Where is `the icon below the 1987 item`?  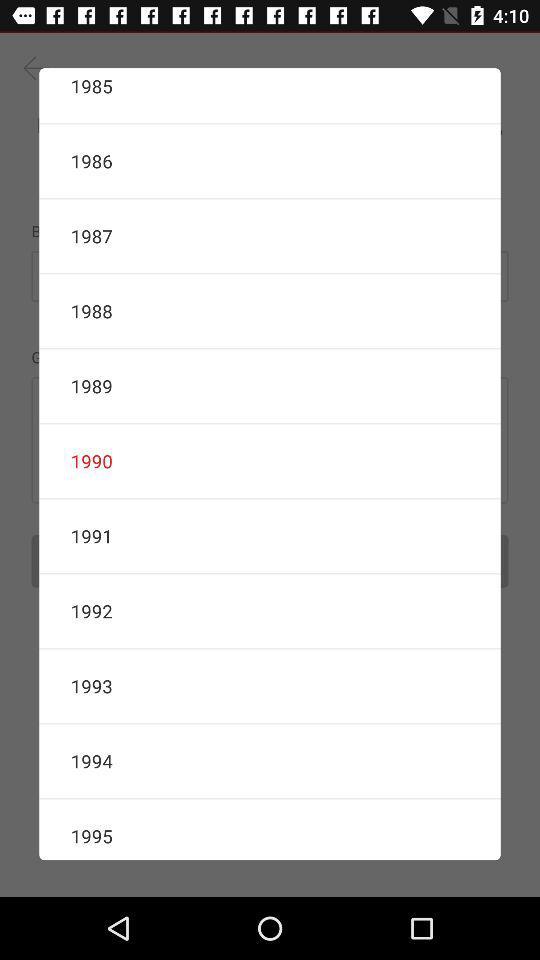 the icon below the 1987 item is located at coordinates (270, 311).